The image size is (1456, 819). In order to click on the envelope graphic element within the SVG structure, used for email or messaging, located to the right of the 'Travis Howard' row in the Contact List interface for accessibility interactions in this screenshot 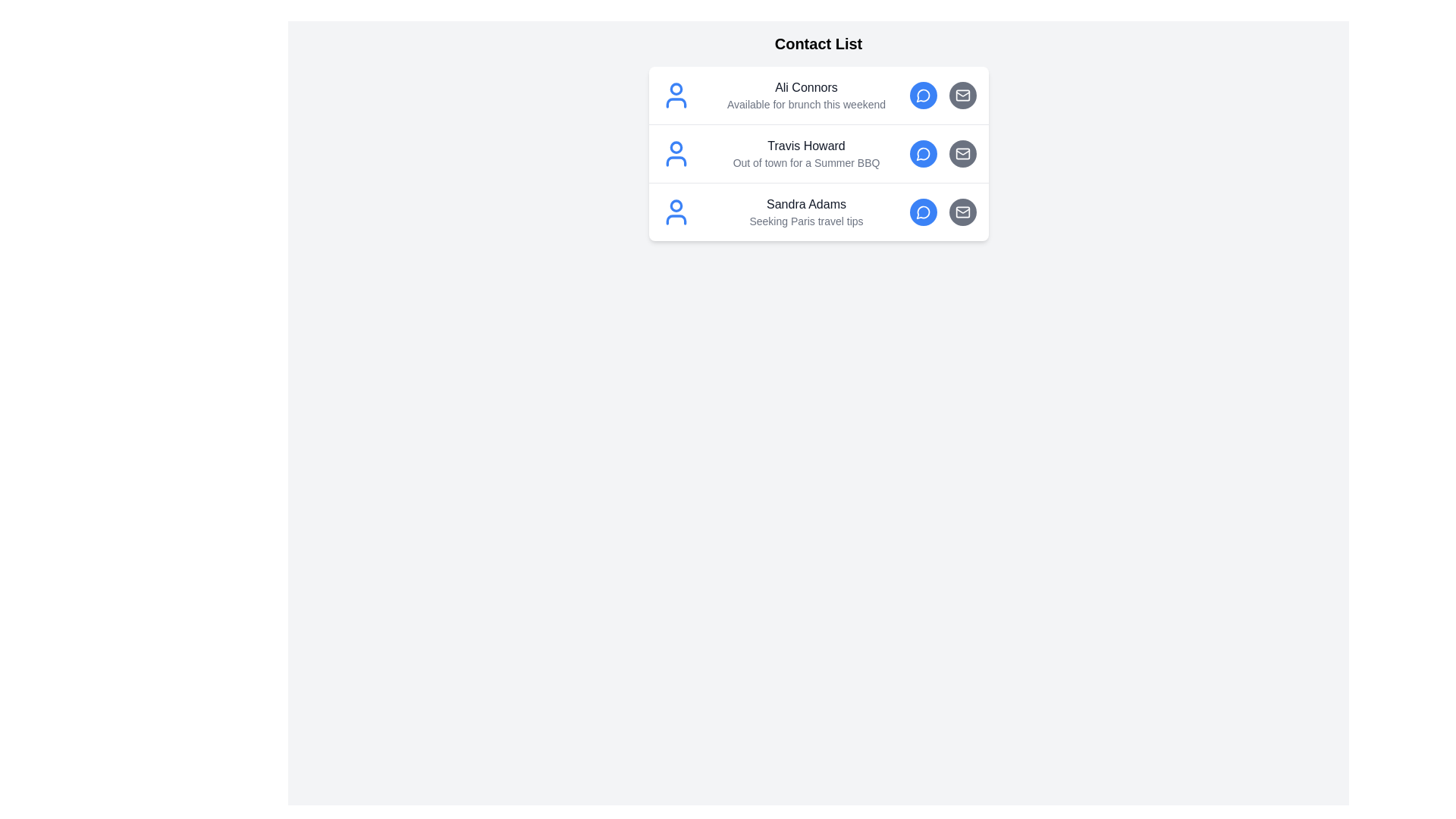, I will do `click(962, 94)`.